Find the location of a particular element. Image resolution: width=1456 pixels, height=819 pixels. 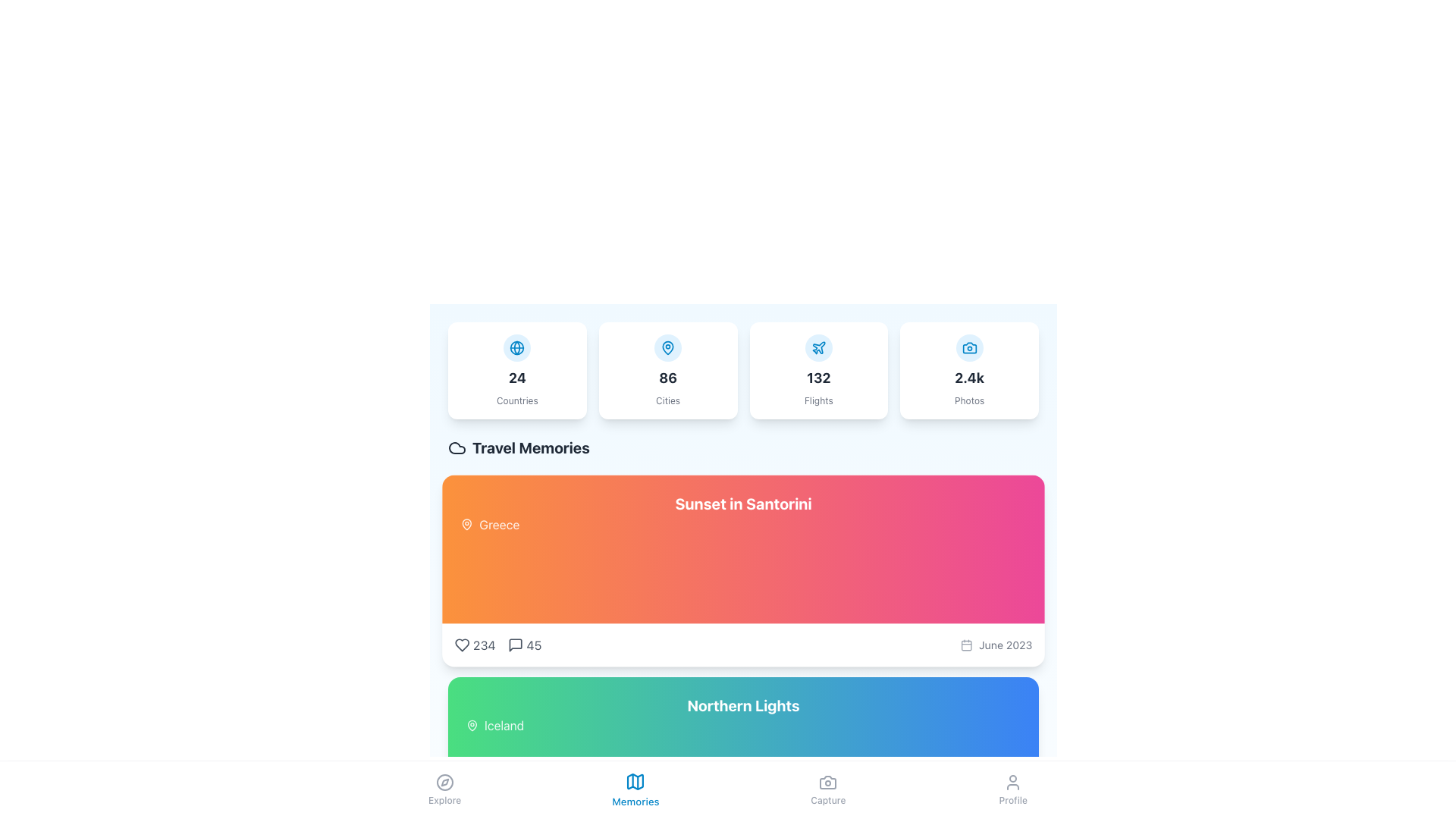

the navigation button with an icon and label that directs users to the 'Profile' section, located as the fourth item in the bottom navigation bar is located at coordinates (1013, 789).